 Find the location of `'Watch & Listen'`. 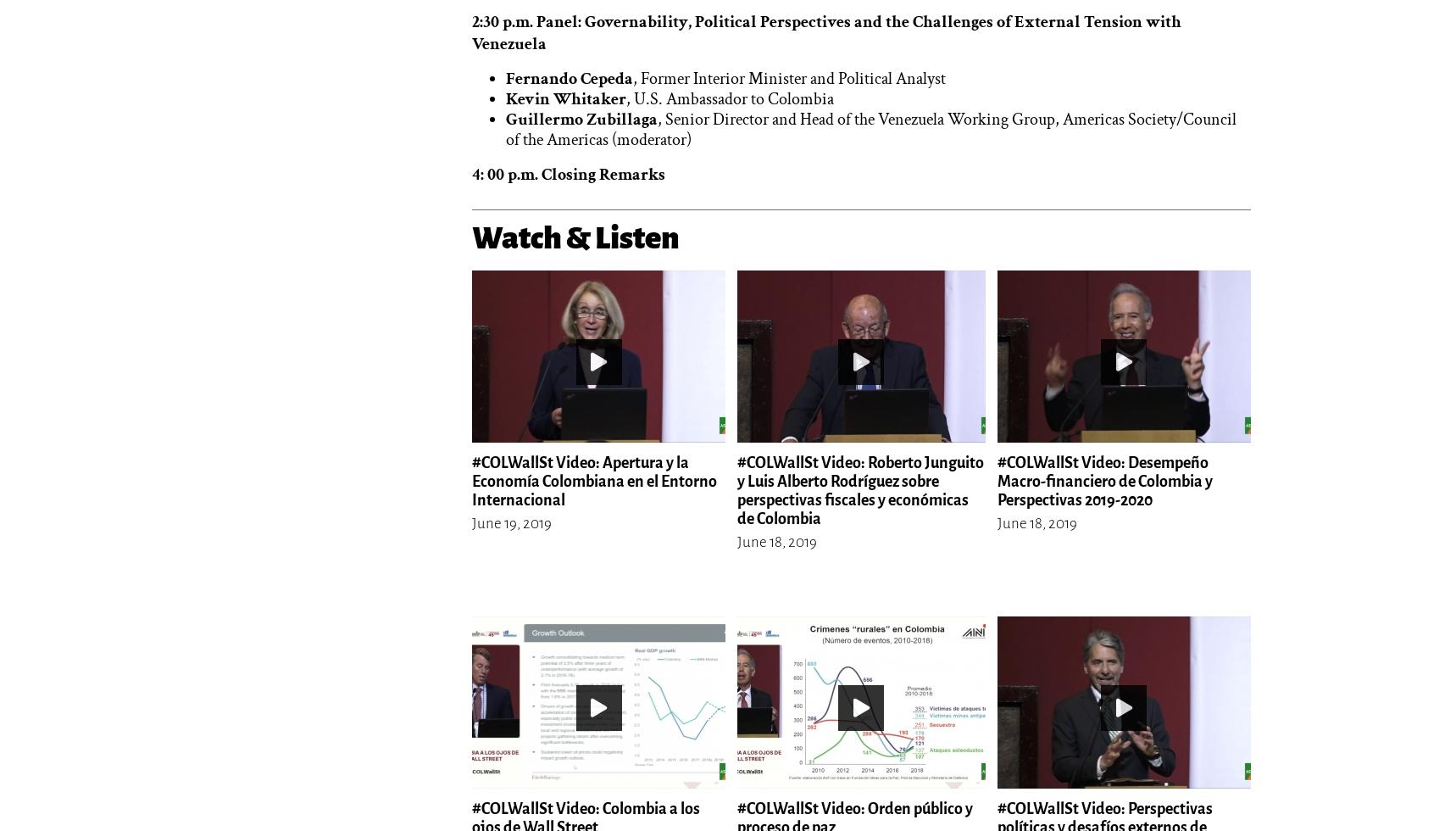

'Watch & Listen' is located at coordinates (575, 237).